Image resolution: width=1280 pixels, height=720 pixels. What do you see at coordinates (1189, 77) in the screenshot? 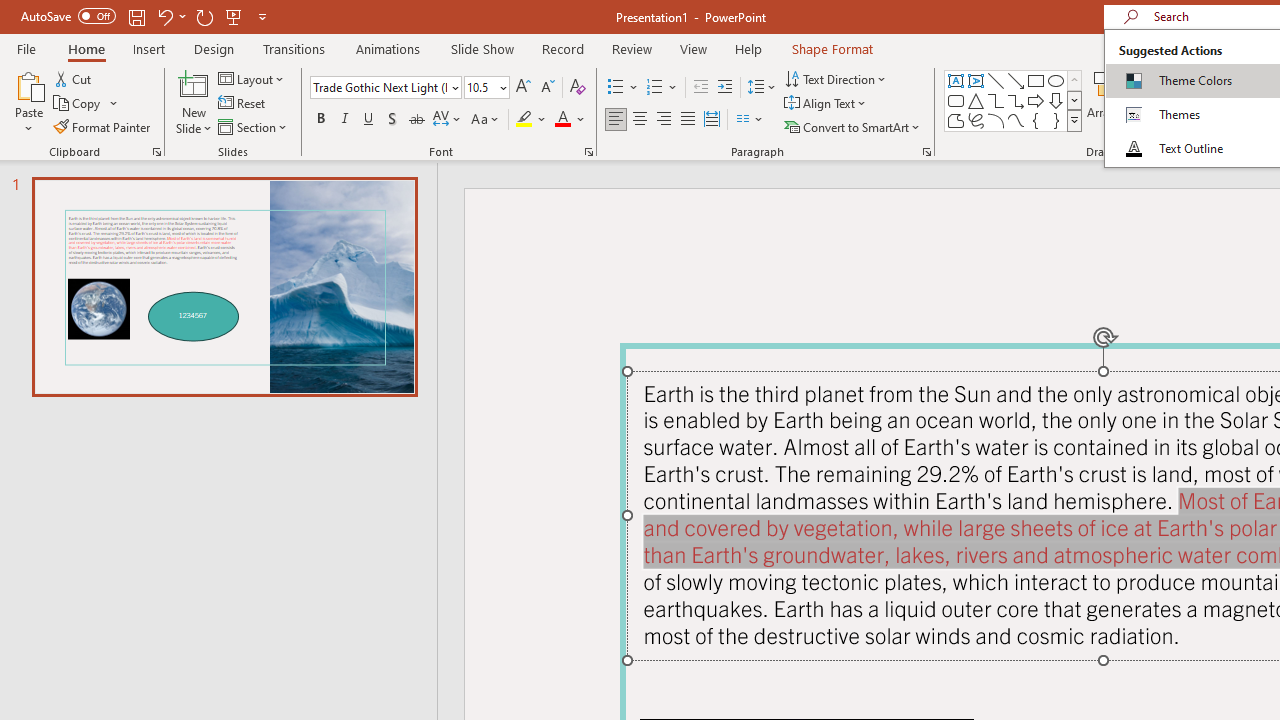
I see `'Shape Fill Aqua, Accent 2'` at bounding box center [1189, 77].